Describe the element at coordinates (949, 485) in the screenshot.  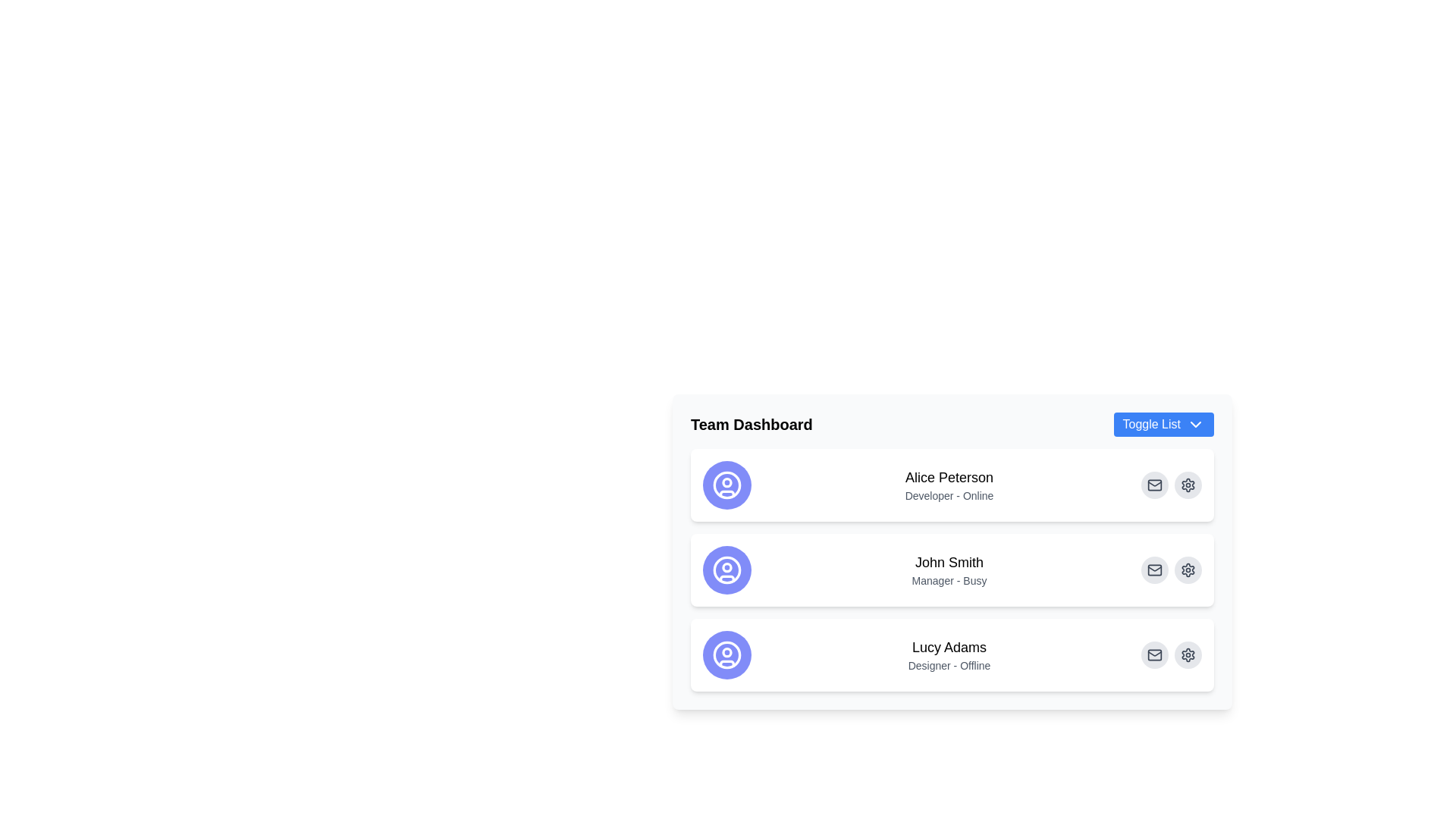
I see `the Text Display element that shows the name 'Alice Peterson' in bold and a subtitle 'Developer - Online' in gray, located in the user profile card interface` at that location.